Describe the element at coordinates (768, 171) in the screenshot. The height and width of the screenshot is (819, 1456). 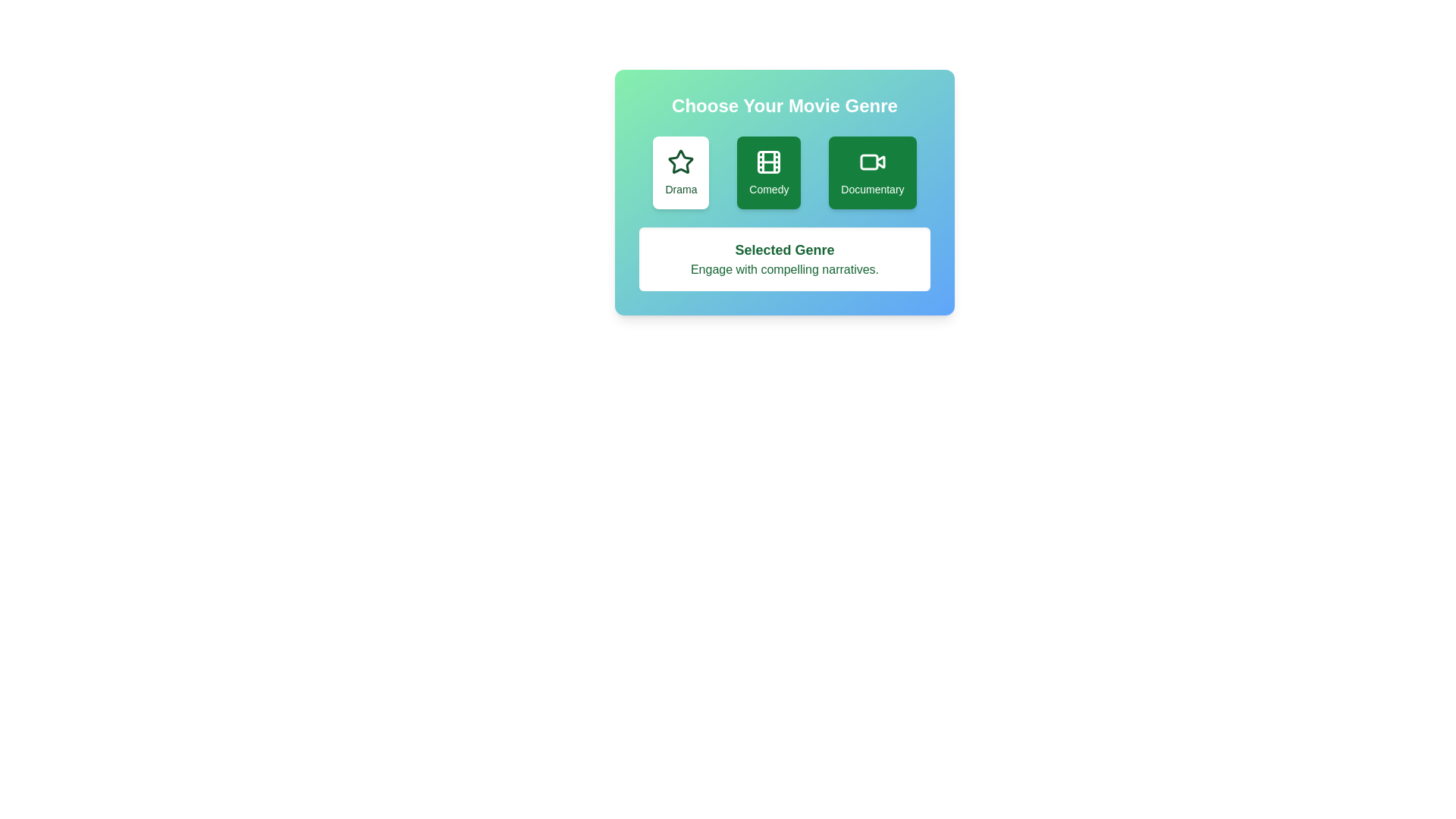
I see `the genre Comedy by clicking its corresponding button` at that location.